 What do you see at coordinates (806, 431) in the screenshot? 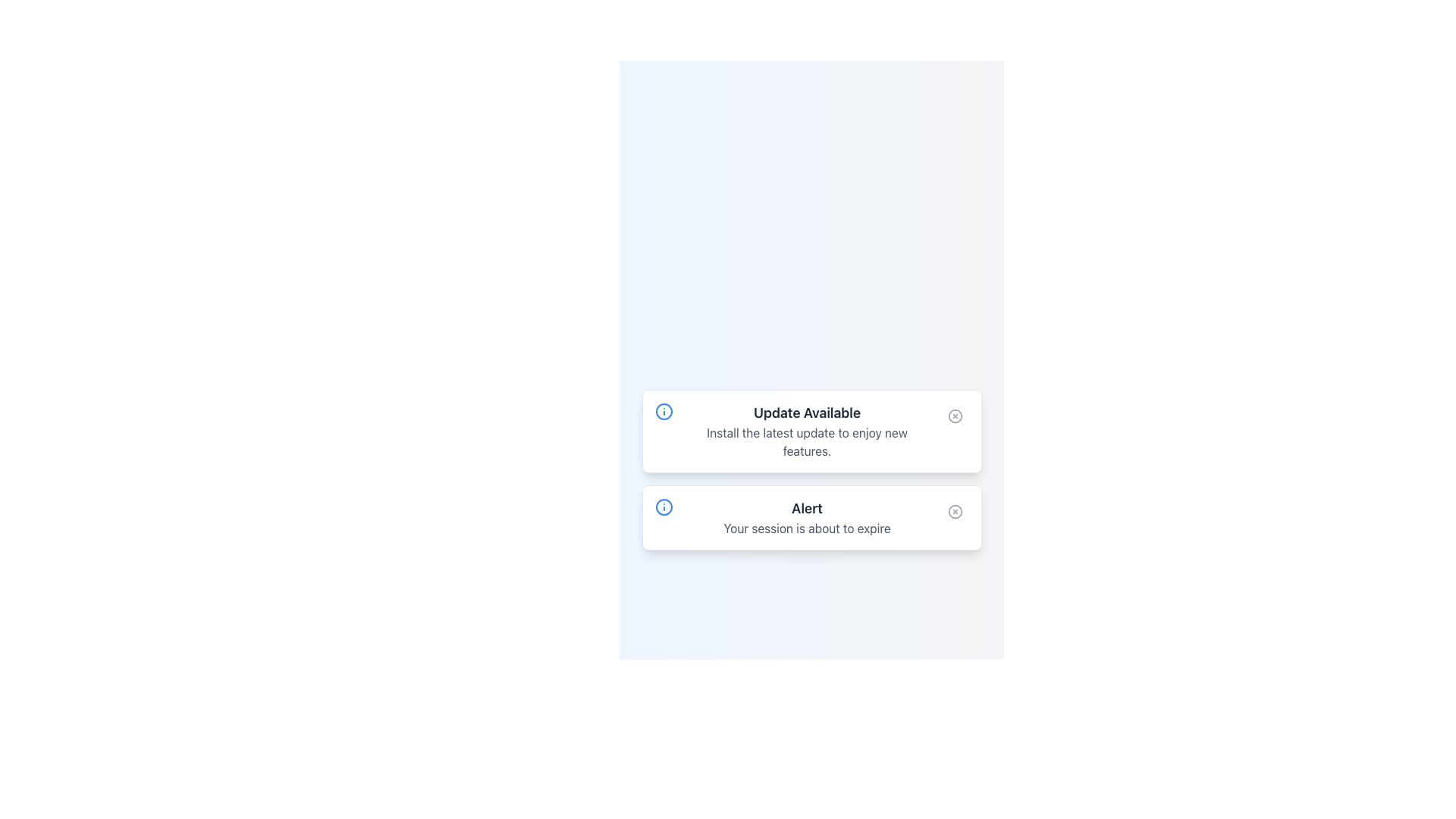
I see `notification from the text block that states 'Update Available' and 'Install the latest update to enjoy new features.'` at bounding box center [806, 431].